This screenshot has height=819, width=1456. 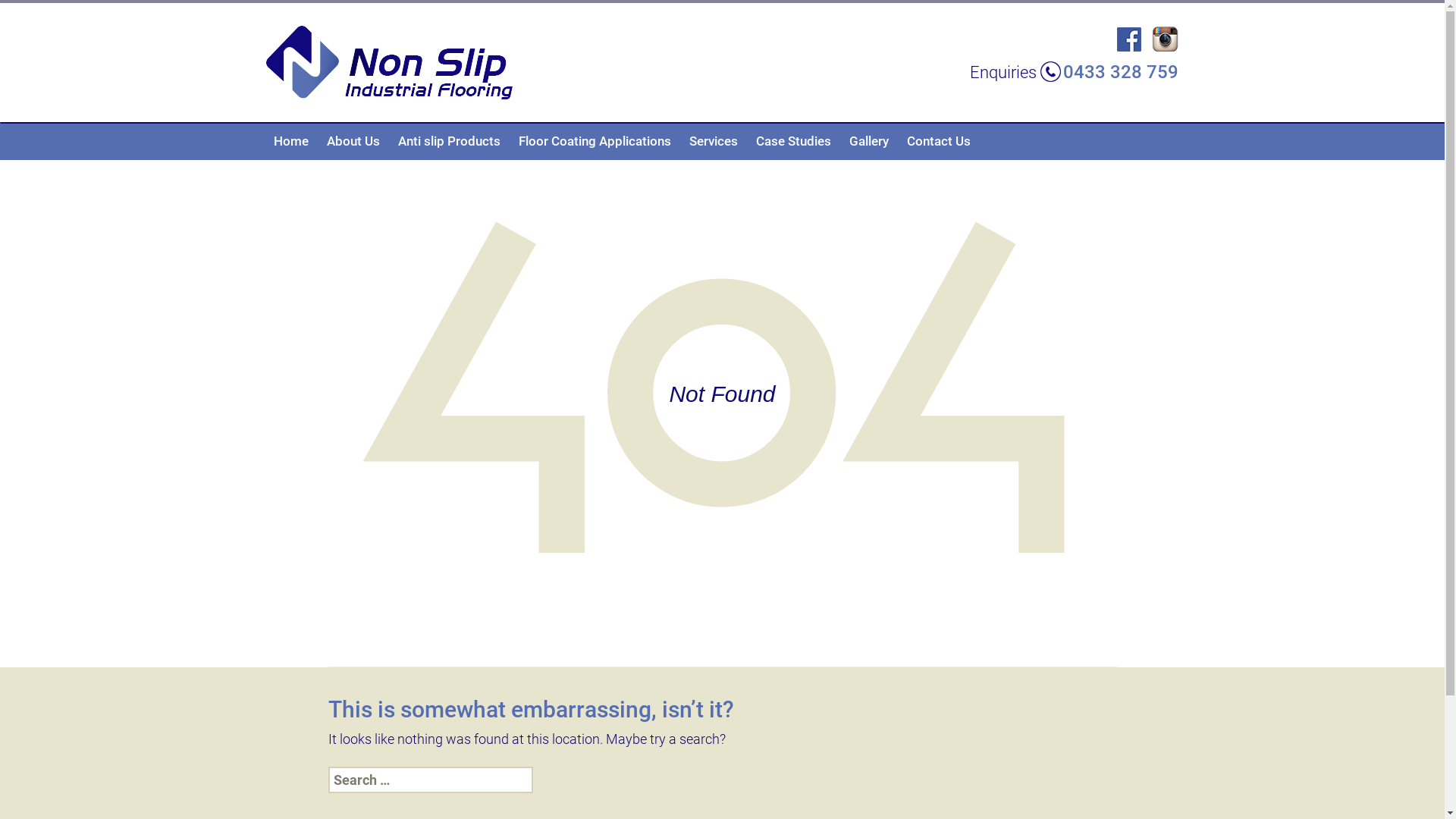 I want to click on 'Home', so click(x=291, y=141).